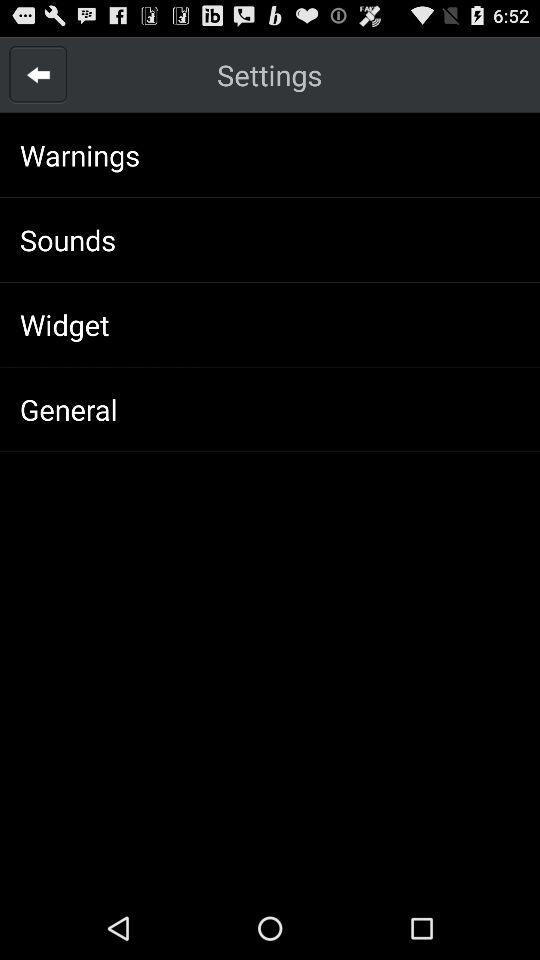 The image size is (540, 960). Describe the element at coordinates (67, 408) in the screenshot. I see `the general` at that location.